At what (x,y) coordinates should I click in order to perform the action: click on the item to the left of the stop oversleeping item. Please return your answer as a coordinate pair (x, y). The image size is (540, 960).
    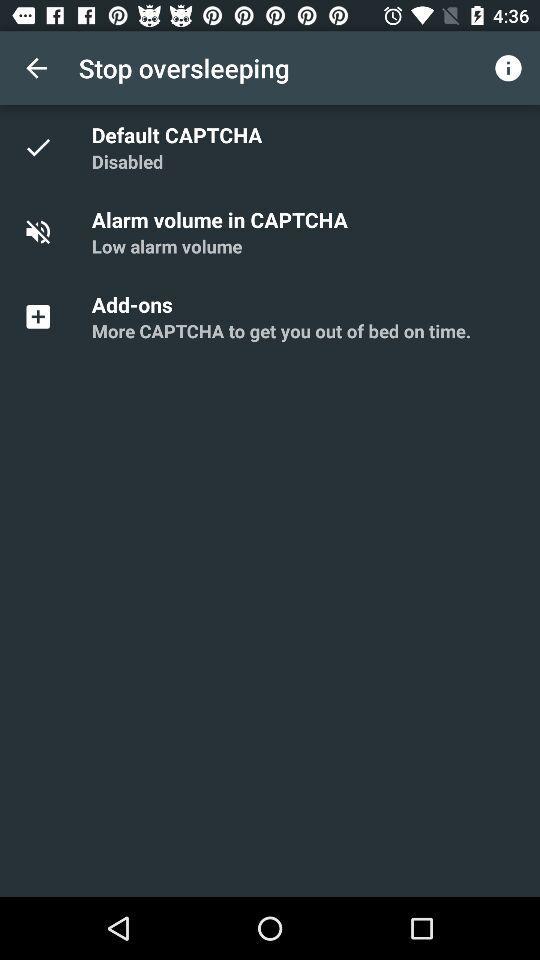
    Looking at the image, I should click on (36, 68).